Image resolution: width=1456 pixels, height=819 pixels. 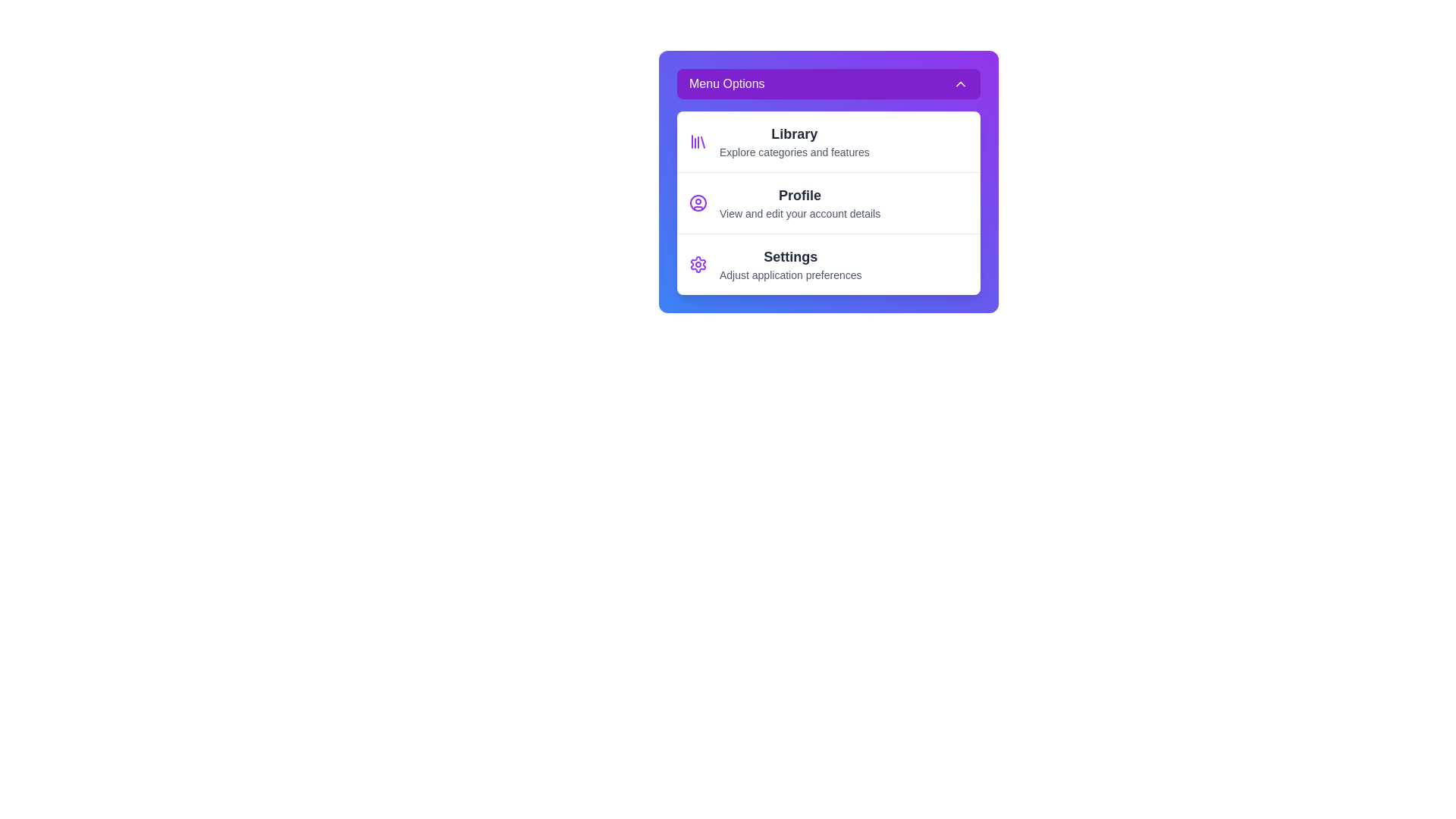 What do you see at coordinates (799, 195) in the screenshot?
I see `the 'Profile' text label that identifies the relevant area for viewing and managing account details, located between the 'Library' section and the 'Settings' section` at bounding box center [799, 195].